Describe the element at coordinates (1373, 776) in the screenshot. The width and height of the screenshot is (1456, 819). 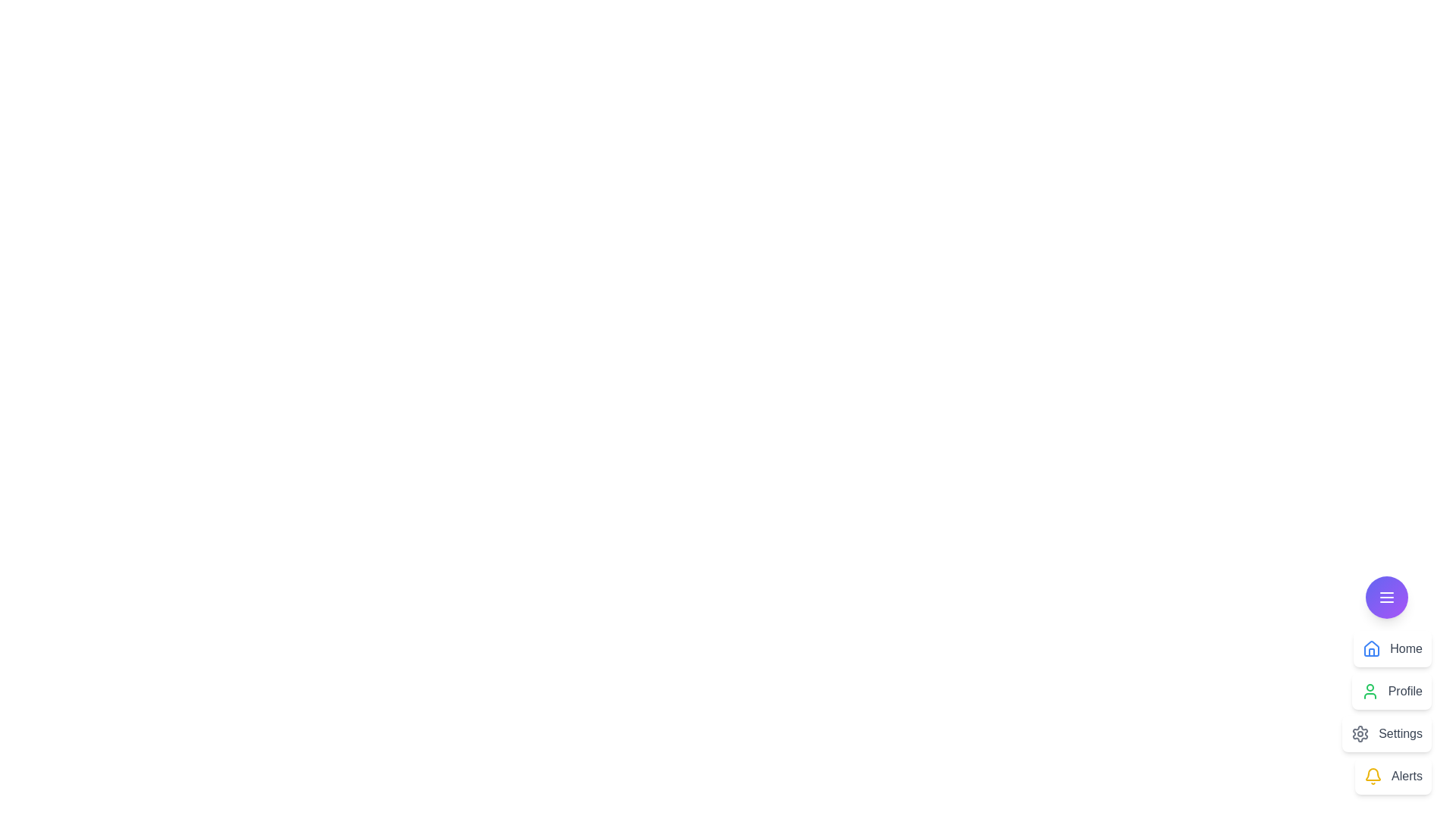
I see `the icon corresponding to Alerts in the CustomSpeedDial menu` at that location.